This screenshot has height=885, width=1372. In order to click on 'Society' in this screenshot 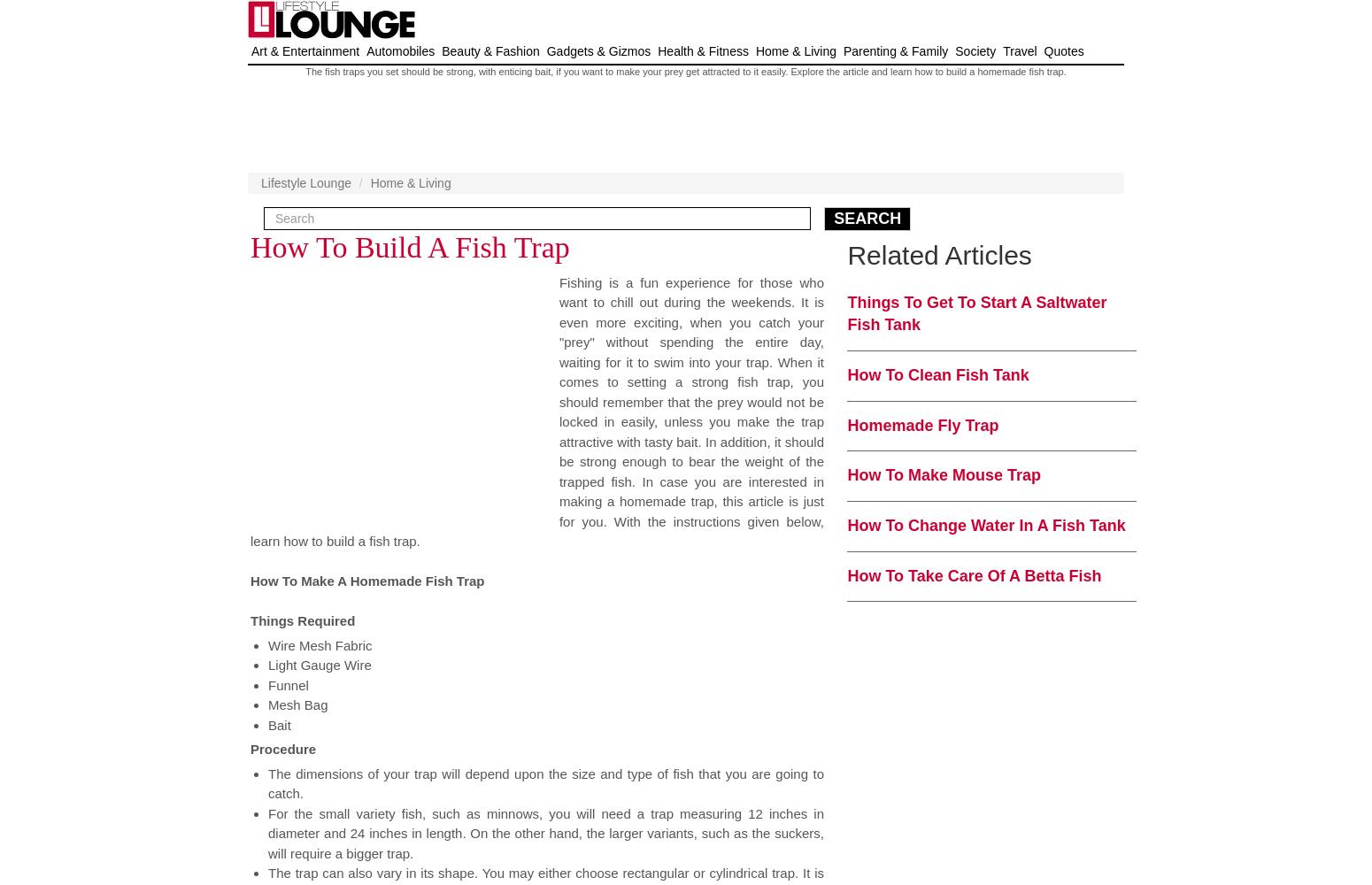, I will do `click(954, 51)`.